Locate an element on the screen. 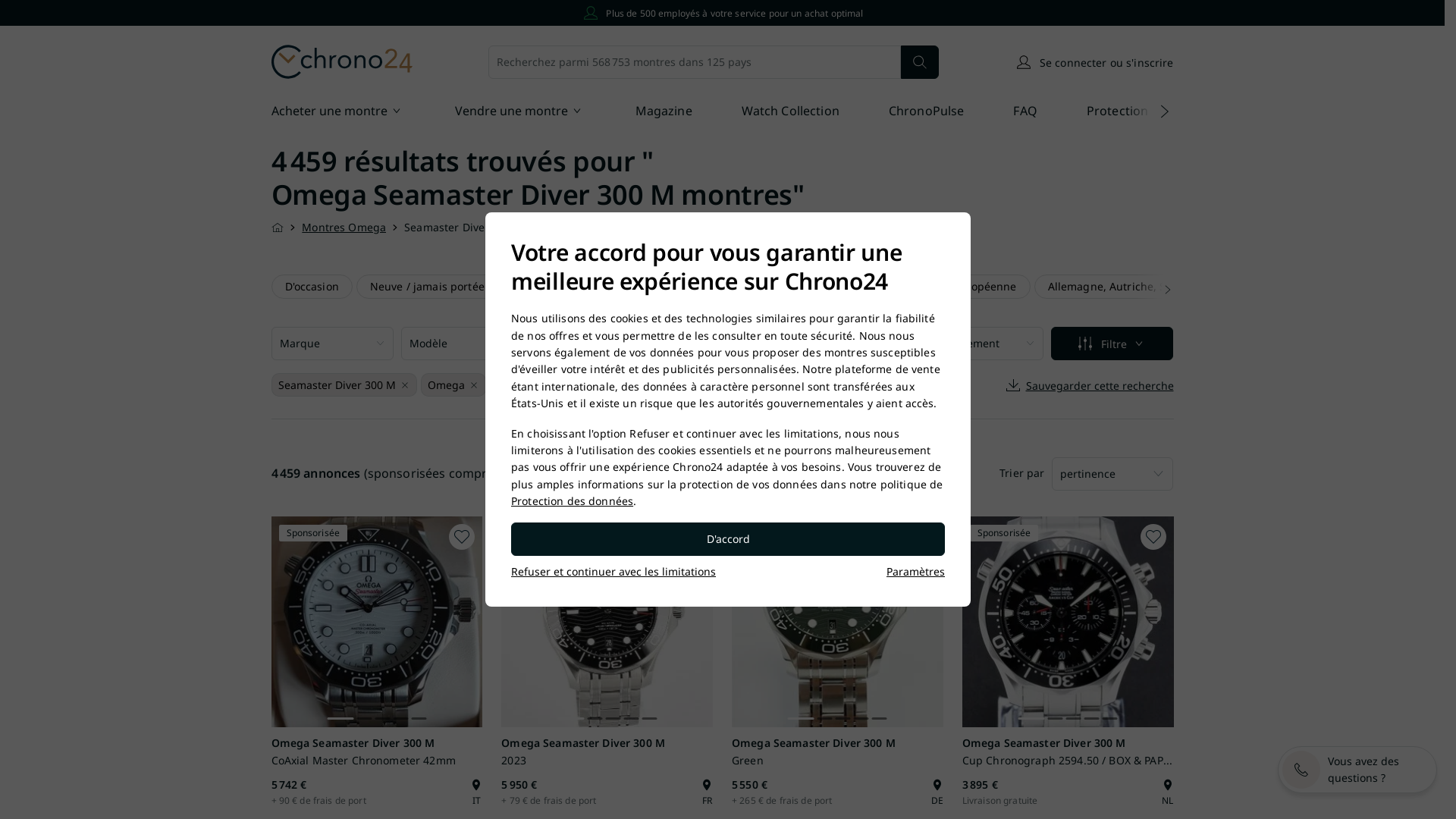 This screenshot has height=819, width=1456. 'Acheter une montre' is located at coordinates (337, 111).